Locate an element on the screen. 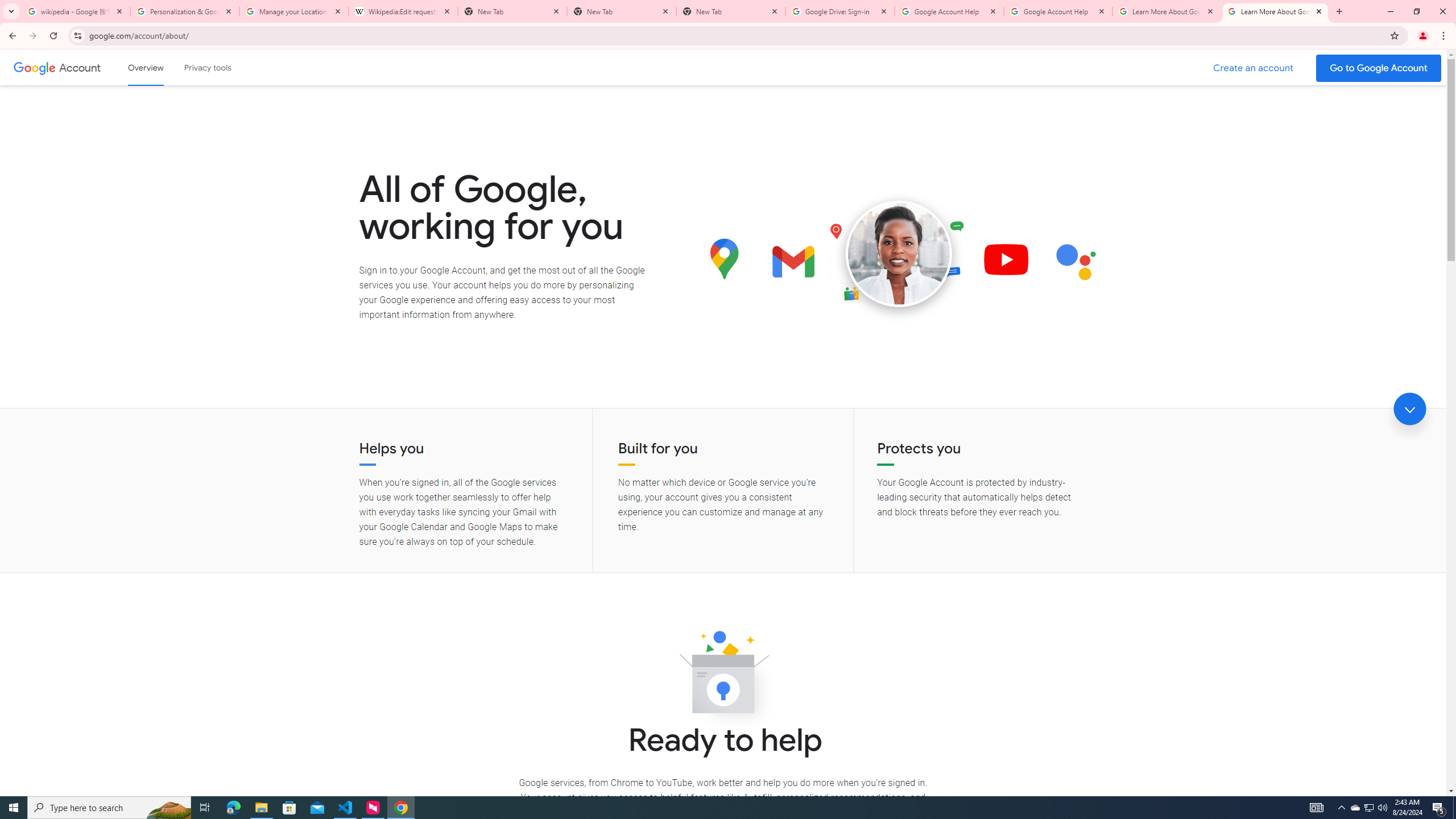  'Go to your Google Account' is located at coordinates (1379, 68).